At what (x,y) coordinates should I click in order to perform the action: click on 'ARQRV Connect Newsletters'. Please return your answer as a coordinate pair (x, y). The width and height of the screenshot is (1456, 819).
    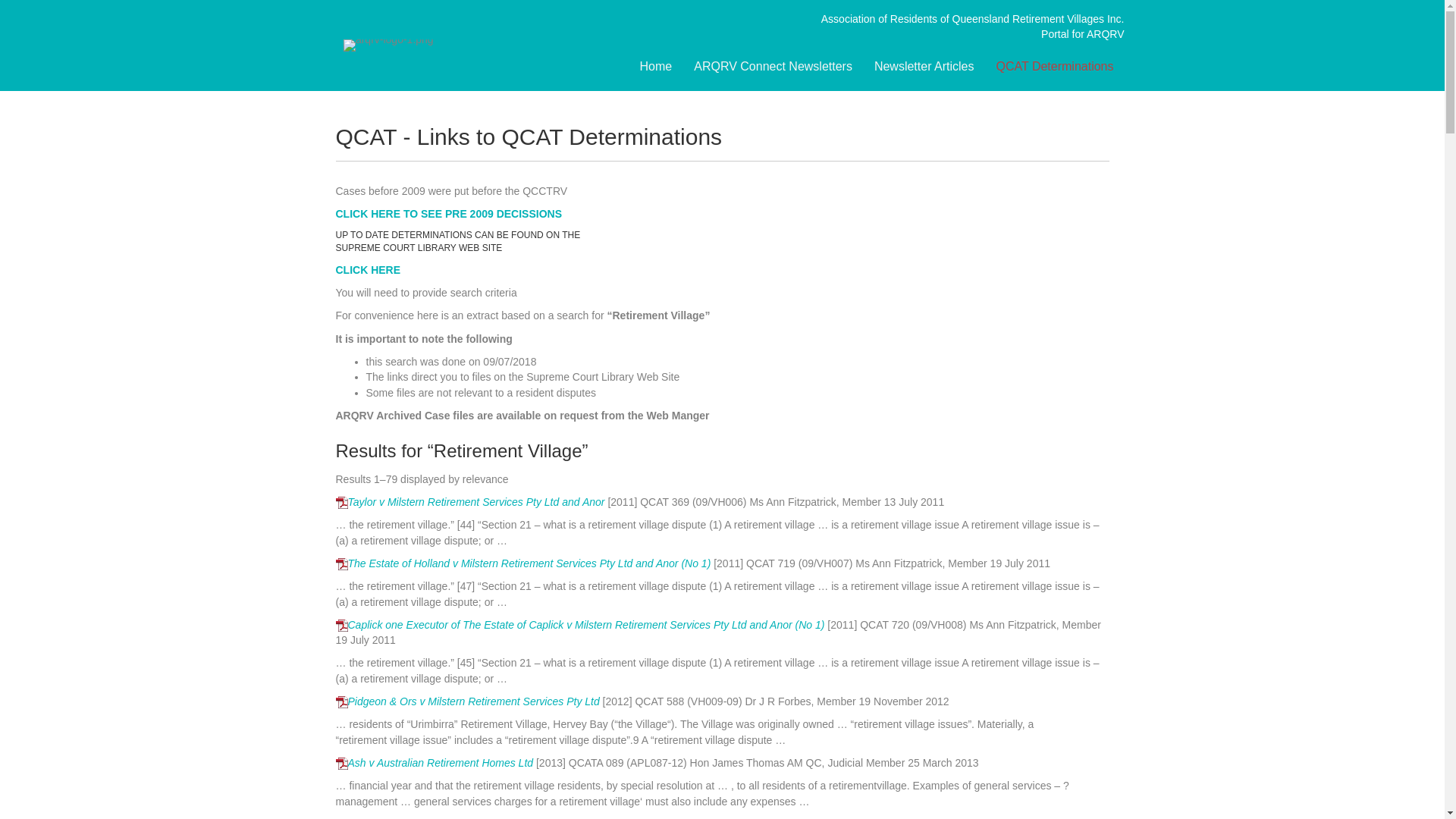
    Looking at the image, I should click on (773, 66).